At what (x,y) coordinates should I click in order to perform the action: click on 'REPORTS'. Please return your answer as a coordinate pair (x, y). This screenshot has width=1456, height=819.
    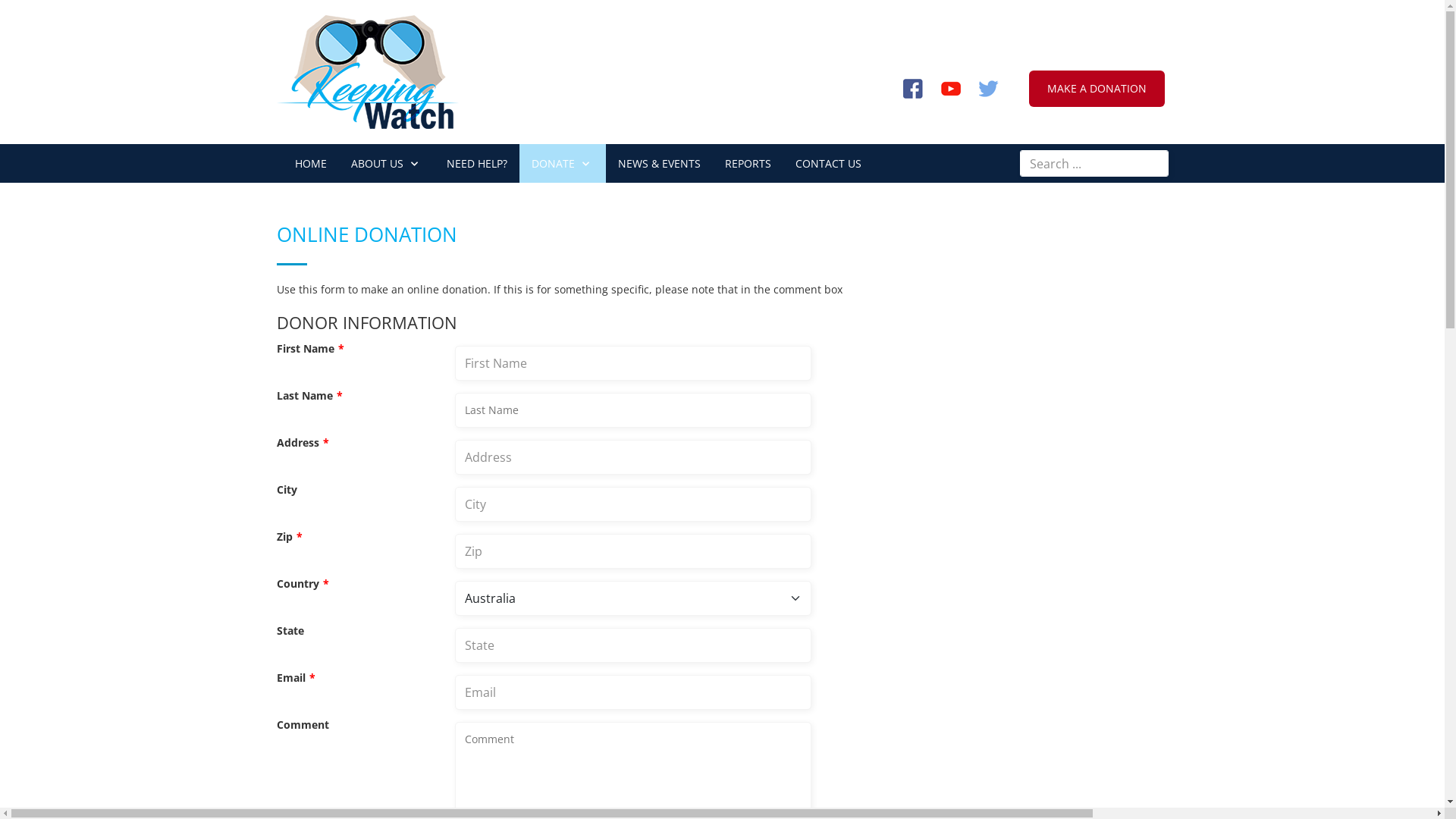
    Looking at the image, I should click on (748, 163).